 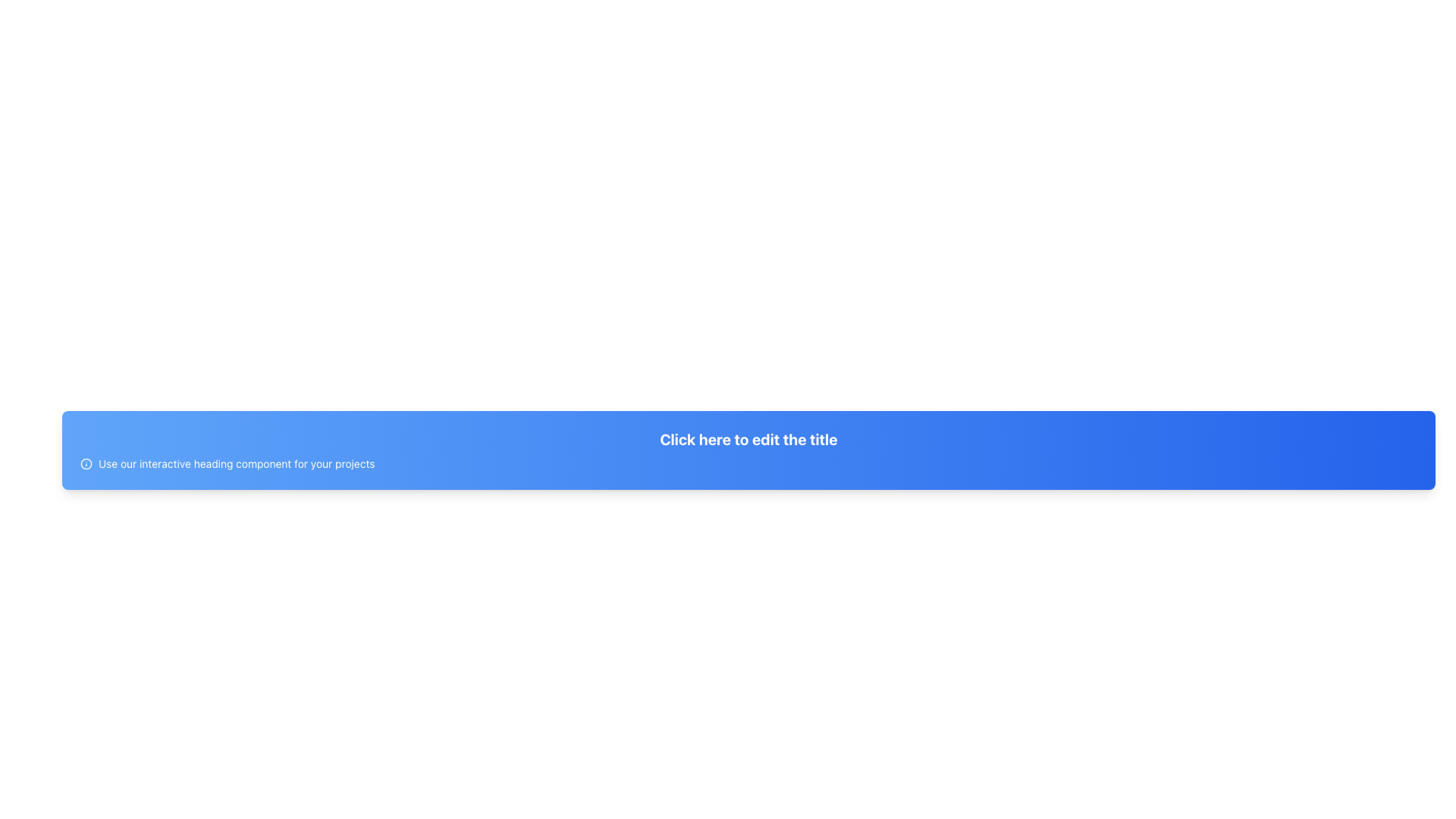 I want to click on the bold text stating 'Click here to edit the title', so click(x=748, y=439).